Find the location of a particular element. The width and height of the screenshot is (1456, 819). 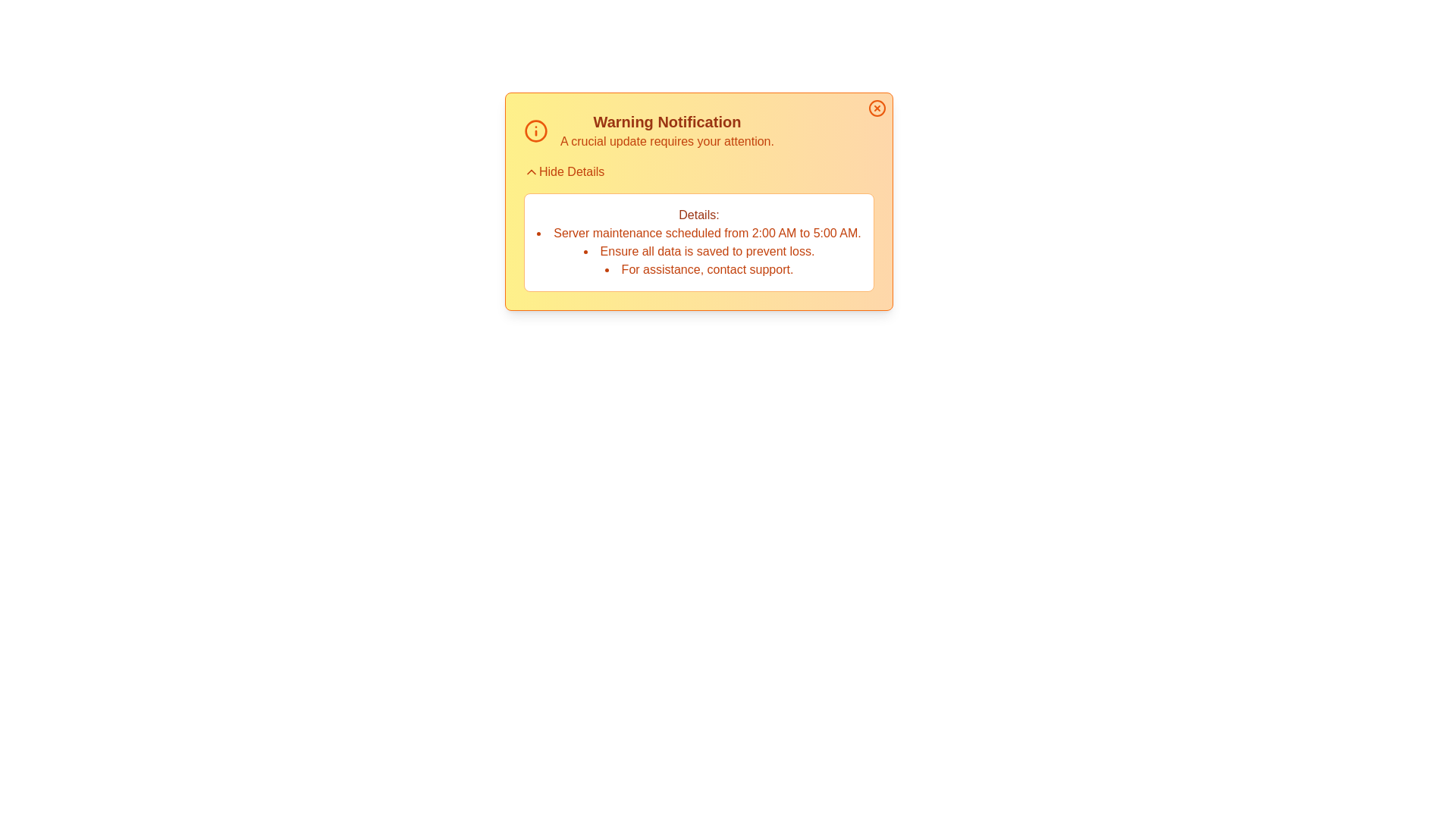

the 'Hide Details' button to toggle the visibility of the details section is located at coordinates (563, 171).